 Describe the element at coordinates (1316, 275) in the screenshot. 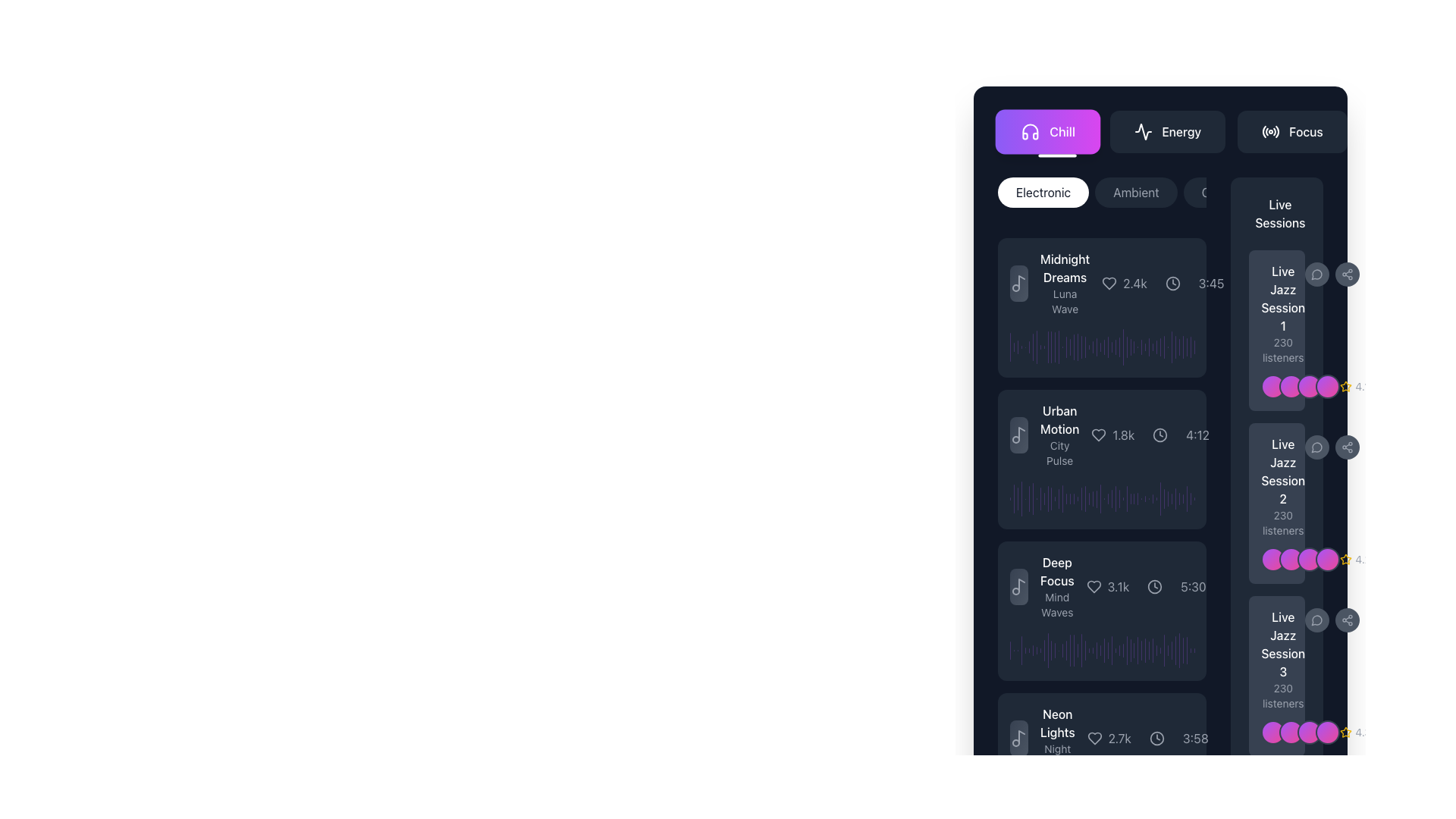

I see `the comment or chat button located` at that location.